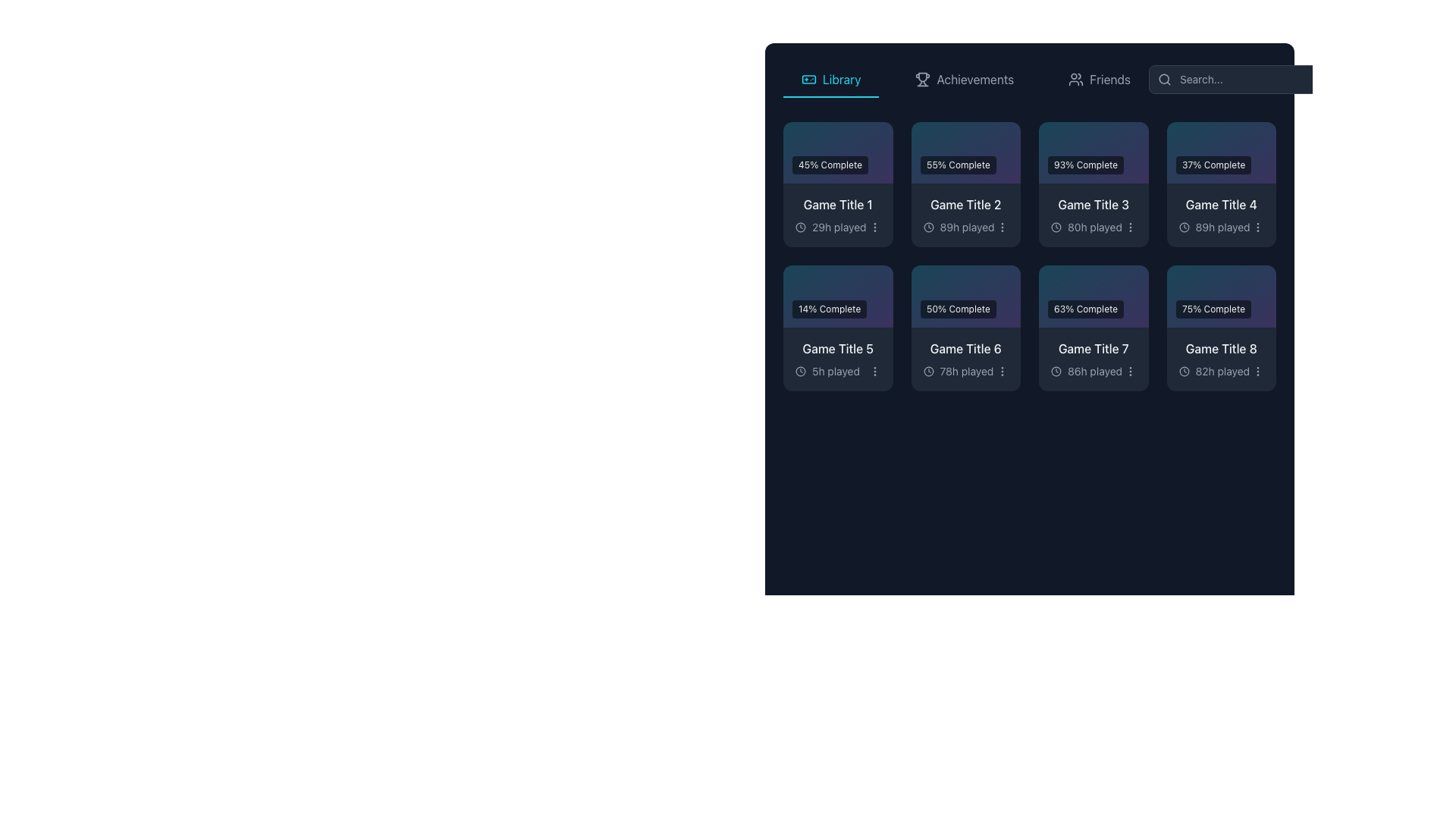 Image resolution: width=1456 pixels, height=819 pixels. What do you see at coordinates (1002, 371) in the screenshot?
I see `the vertical ellipsis button` at bounding box center [1002, 371].